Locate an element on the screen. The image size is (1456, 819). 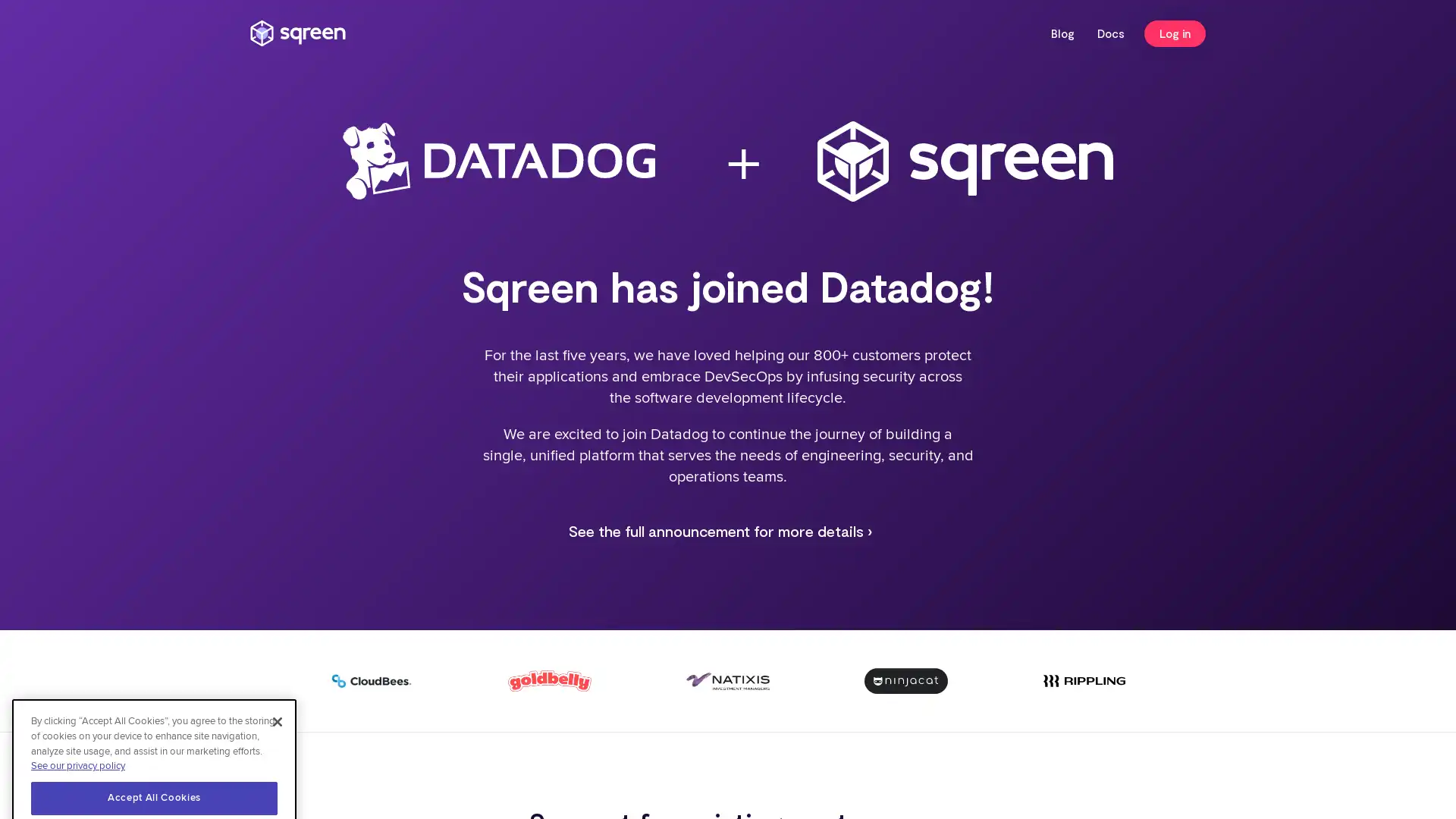
Close is located at coordinates (277, 645).